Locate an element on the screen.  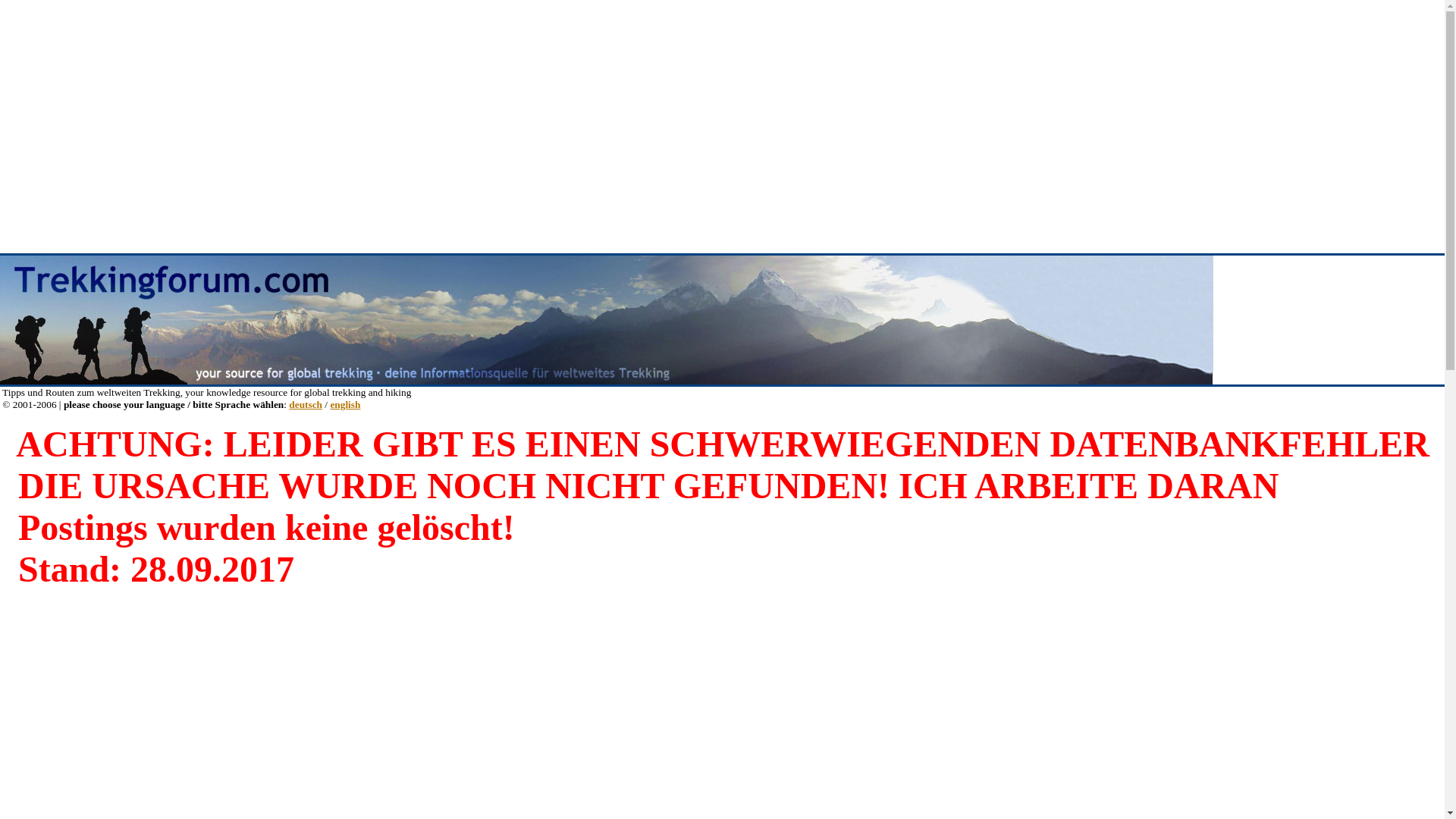
'deutsch' is located at coordinates (305, 403).